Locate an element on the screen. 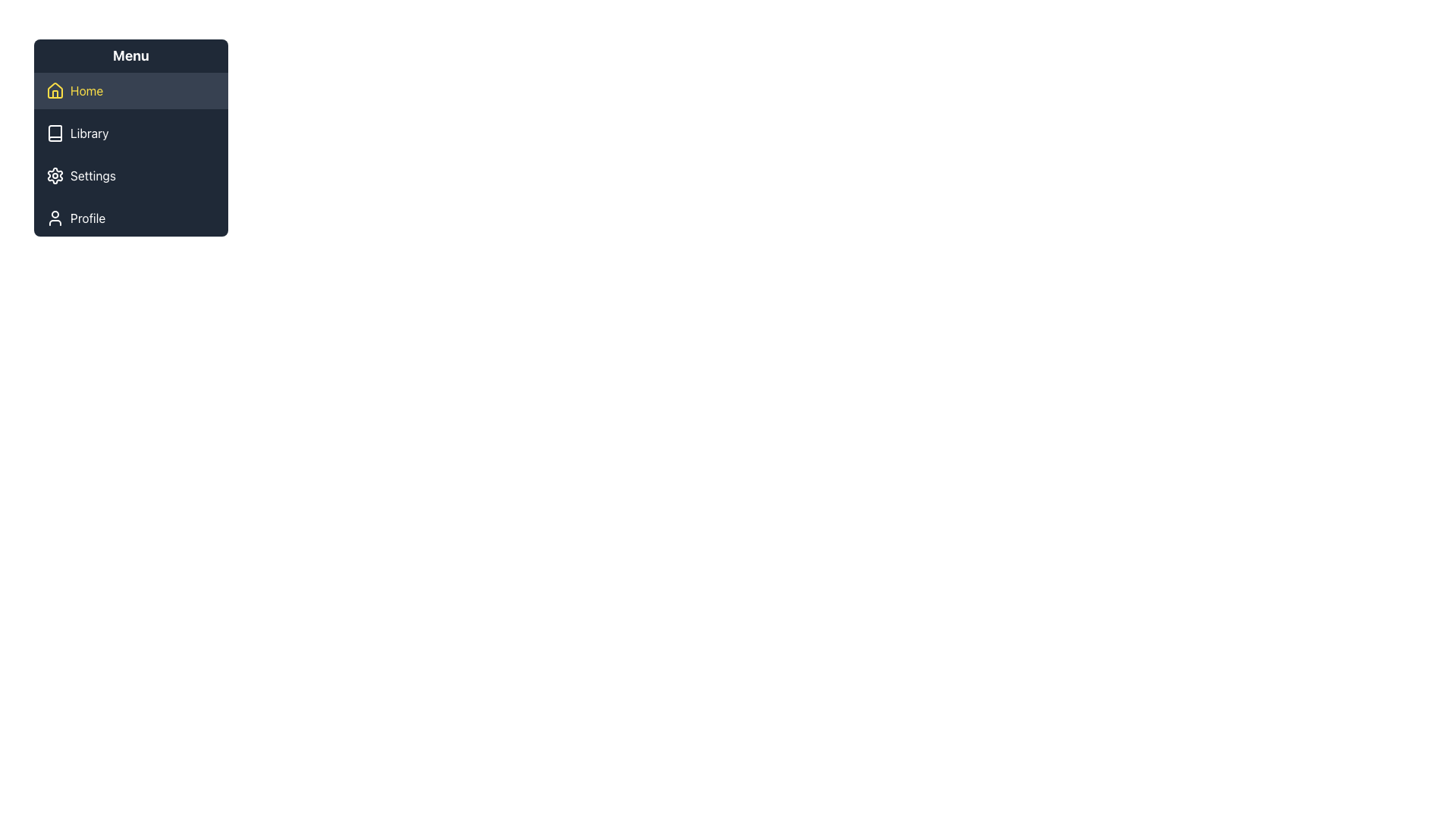 The width and height of the screenshot is (1456, 819). the 'Library' text label located in the left sidebar navigation is located at coordinates (89, 133).